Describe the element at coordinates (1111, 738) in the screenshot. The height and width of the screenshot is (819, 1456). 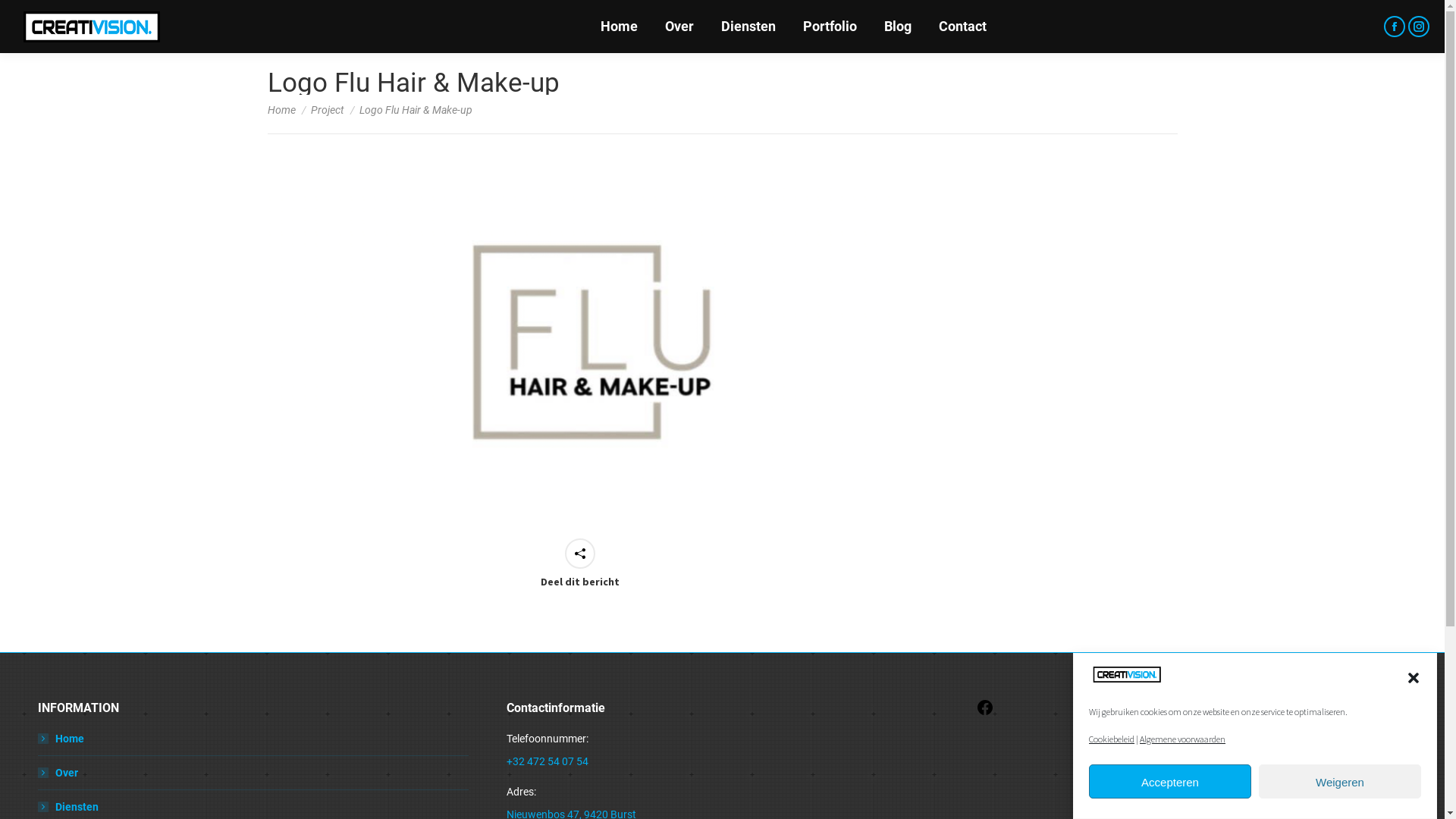
I see `'Cookiebeleid'` at that location.